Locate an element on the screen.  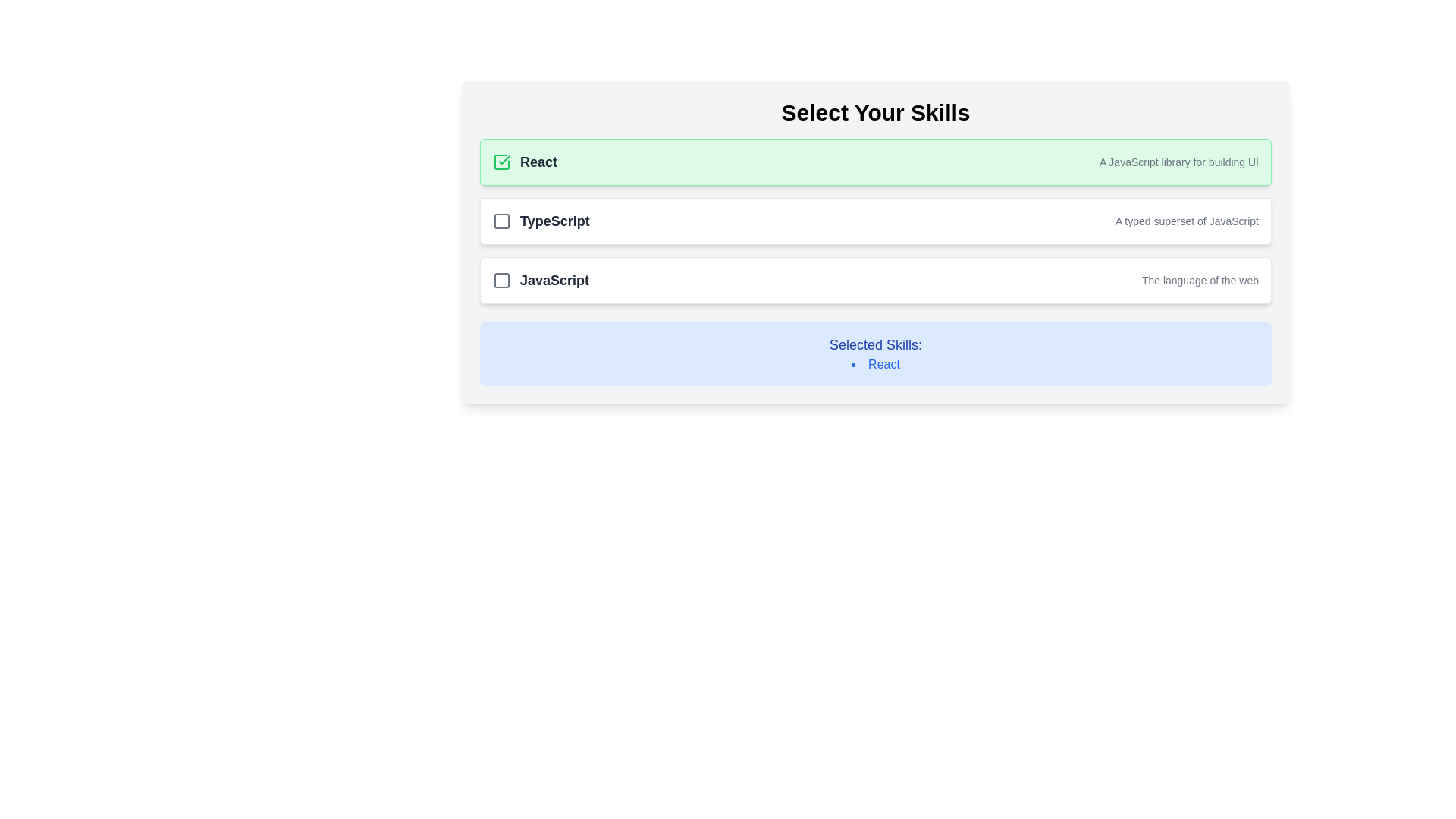
the checkbox for the 'TypeScript' skill is located at coordinates (502, 221).